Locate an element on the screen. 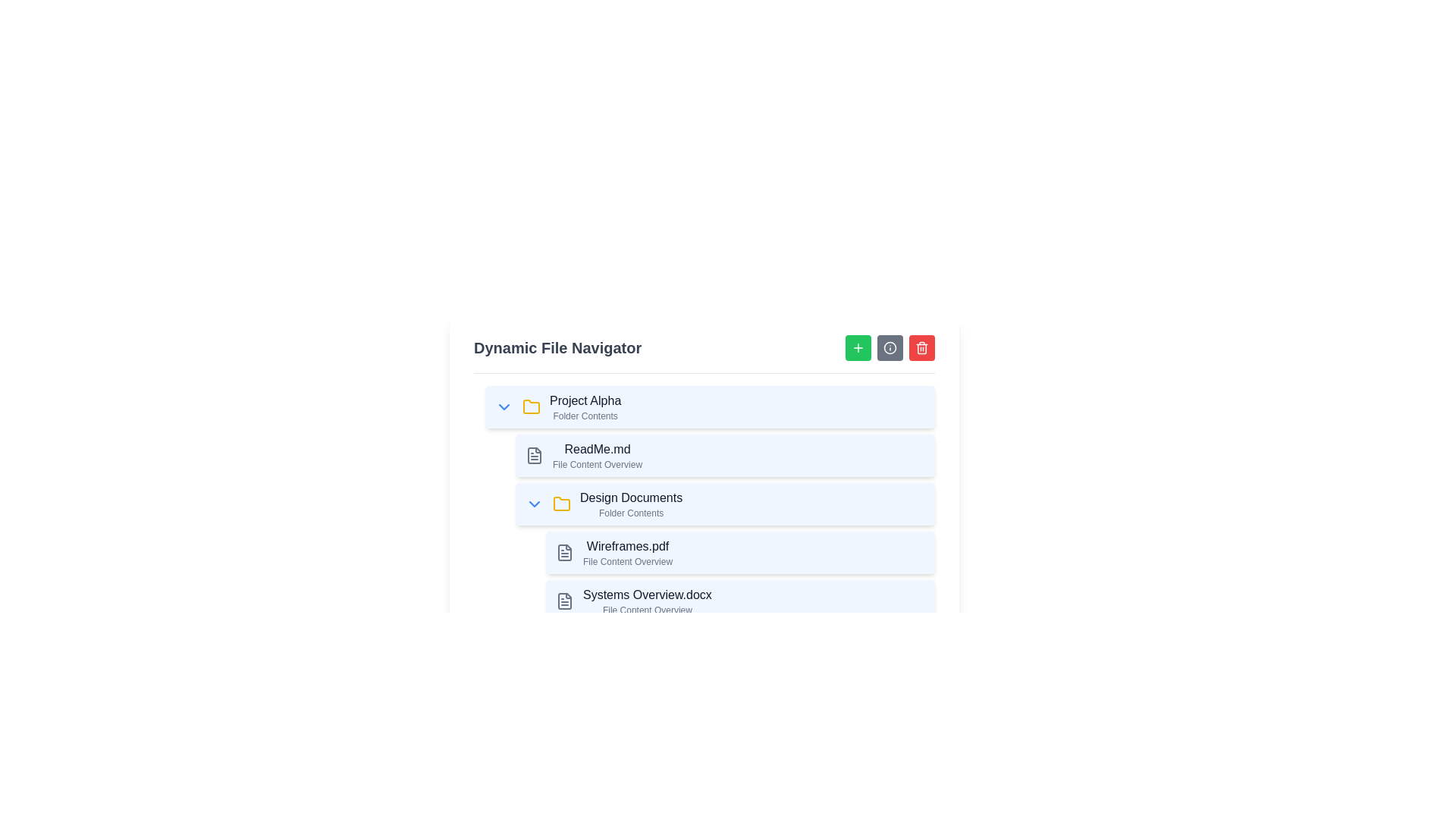 The height and width of the screenshot is (819, 1456). the file item component representing 'Wireframes.pdf' is located at coordinates (741, 553).